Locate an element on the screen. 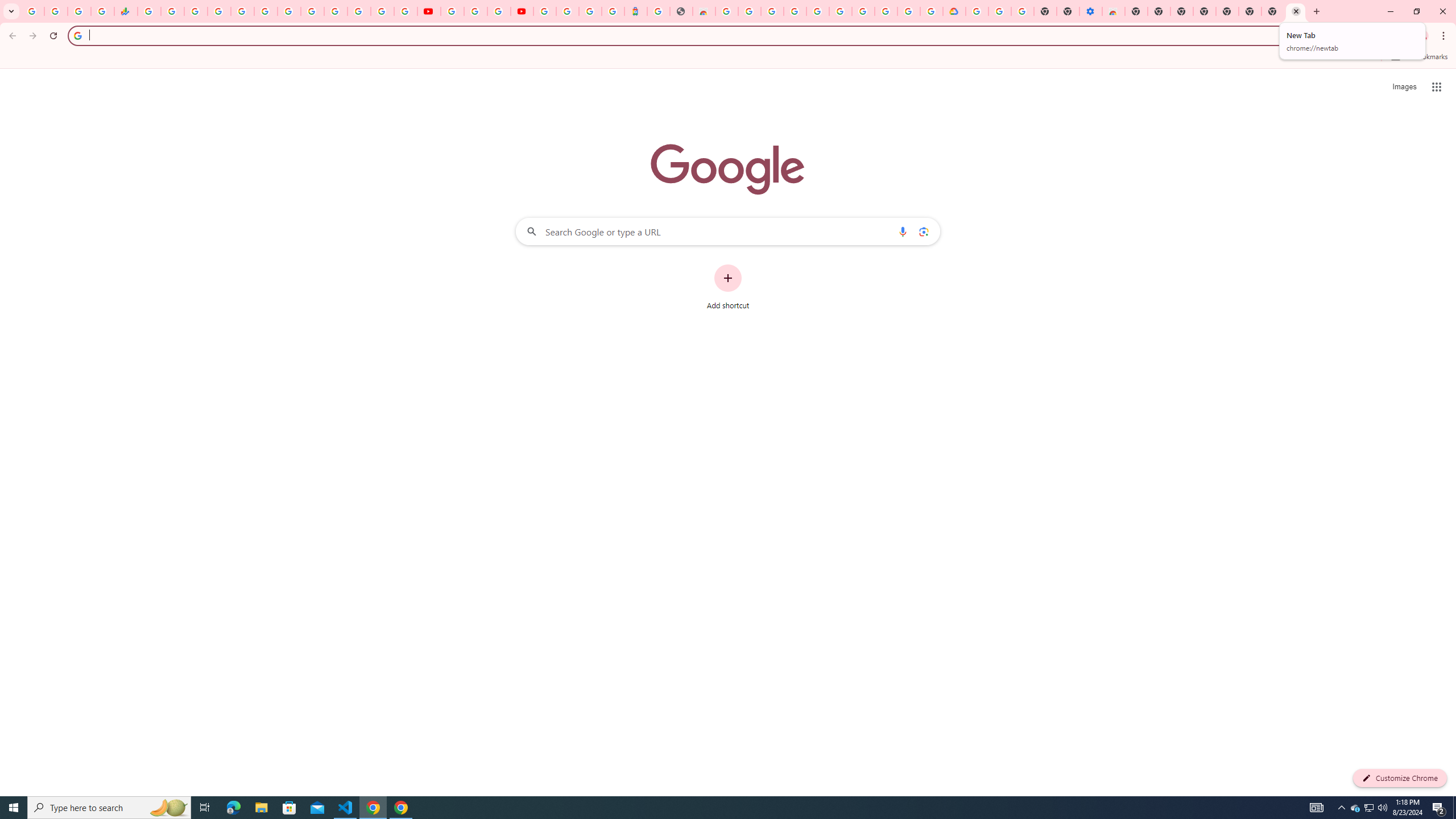 The image size is (1456, 819). 'Ad Settings' is located at coordinates (795, 11).